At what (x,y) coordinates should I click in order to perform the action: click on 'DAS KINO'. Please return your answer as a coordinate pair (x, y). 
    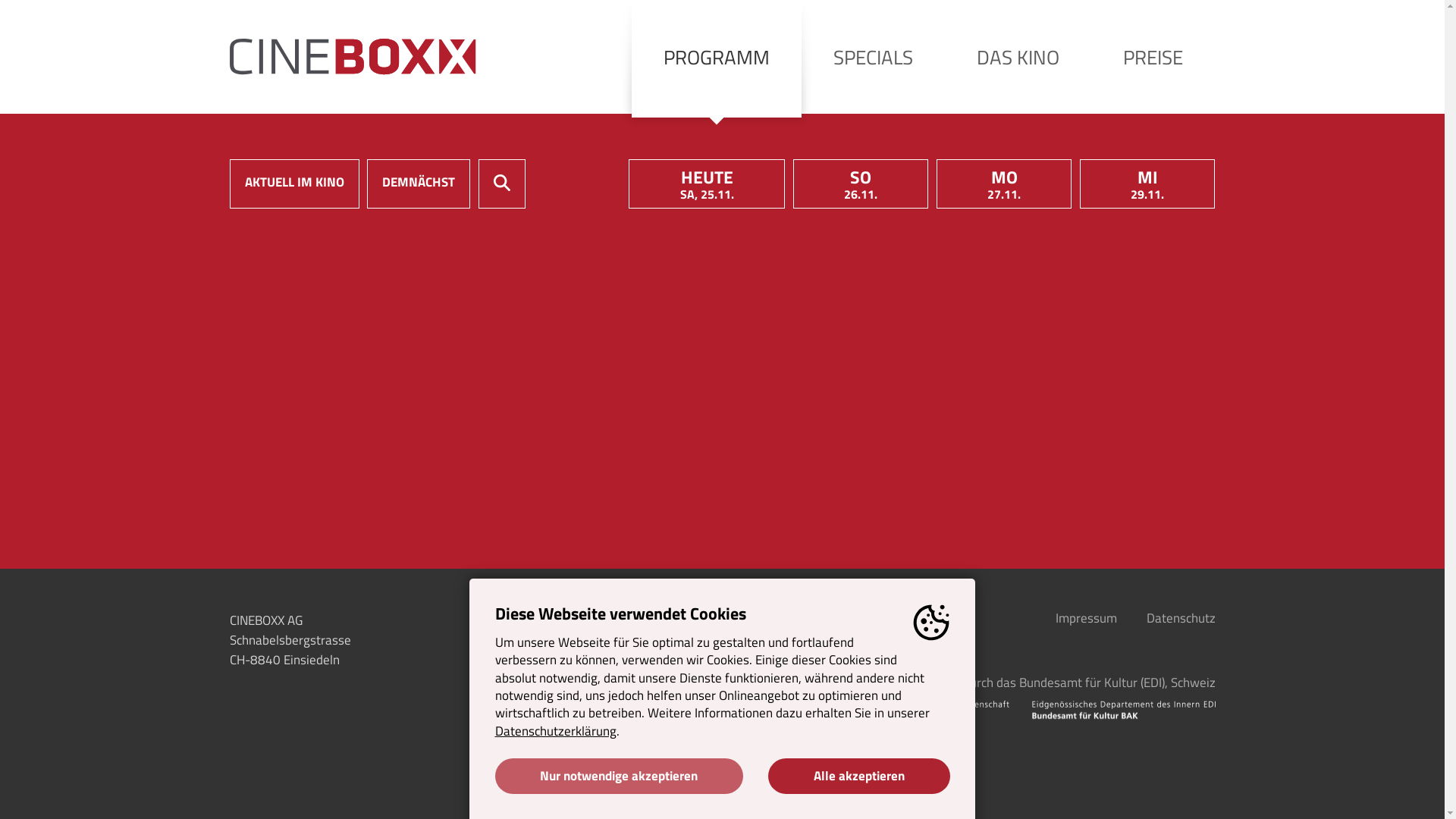
    Looking at the image, I should click on (1018, 55).